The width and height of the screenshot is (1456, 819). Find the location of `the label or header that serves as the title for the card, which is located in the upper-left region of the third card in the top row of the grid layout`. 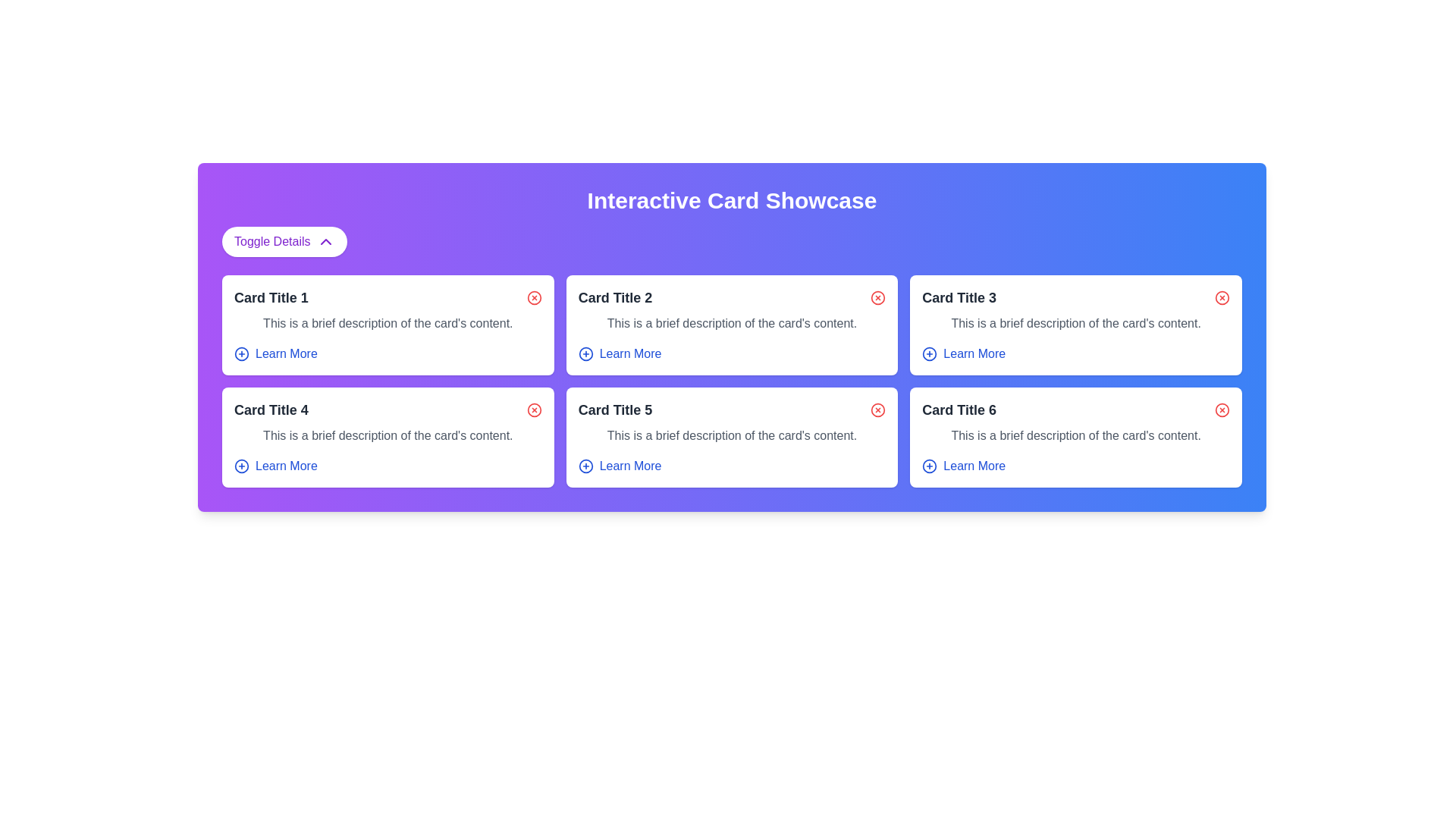

the label or header that serves as the title for the card, which is located in the upper-left region of the third card in the top row of the grid layout is located at coordinates (959, 298).